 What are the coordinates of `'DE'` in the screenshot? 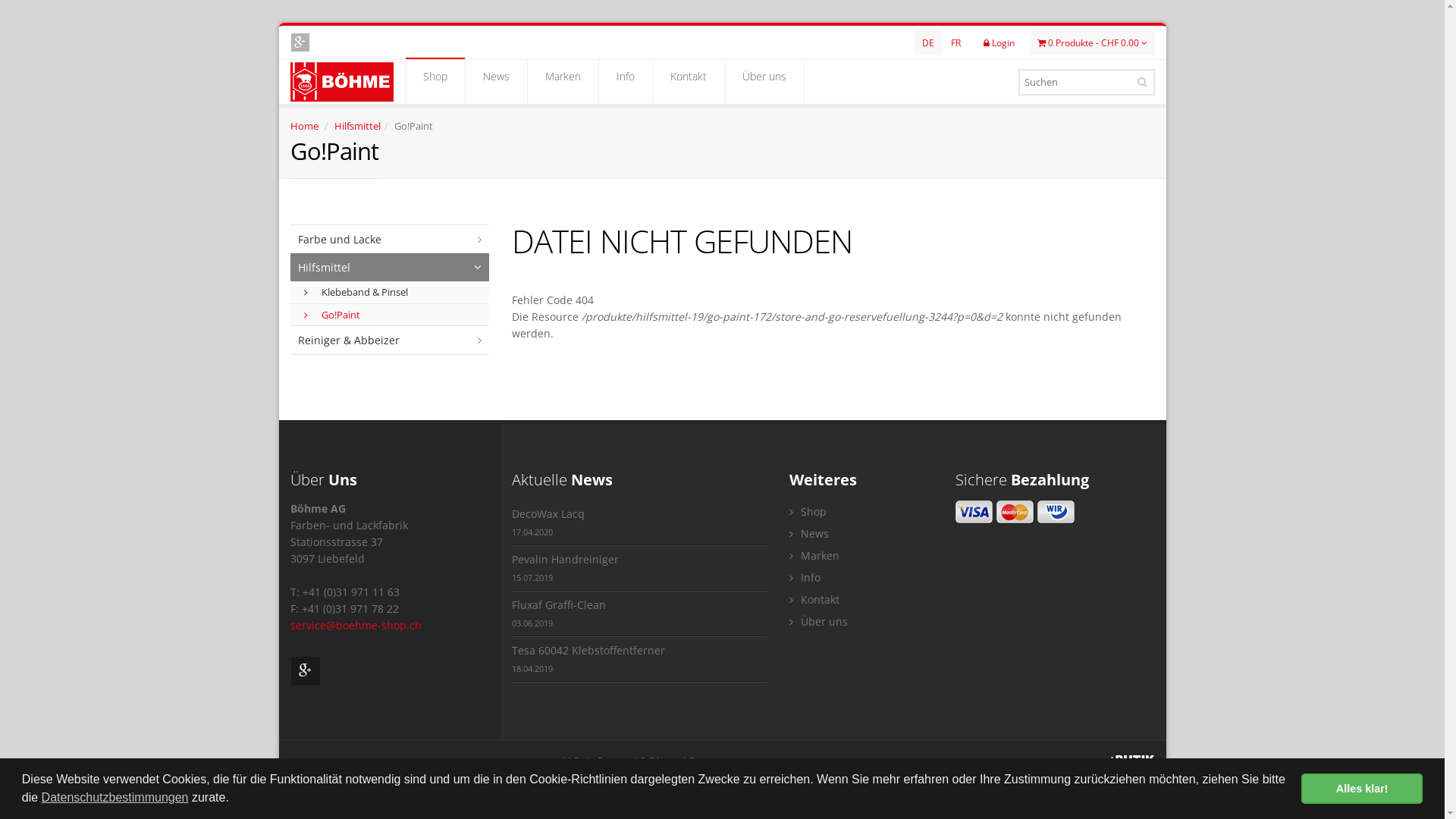 It's located at (927, 42).